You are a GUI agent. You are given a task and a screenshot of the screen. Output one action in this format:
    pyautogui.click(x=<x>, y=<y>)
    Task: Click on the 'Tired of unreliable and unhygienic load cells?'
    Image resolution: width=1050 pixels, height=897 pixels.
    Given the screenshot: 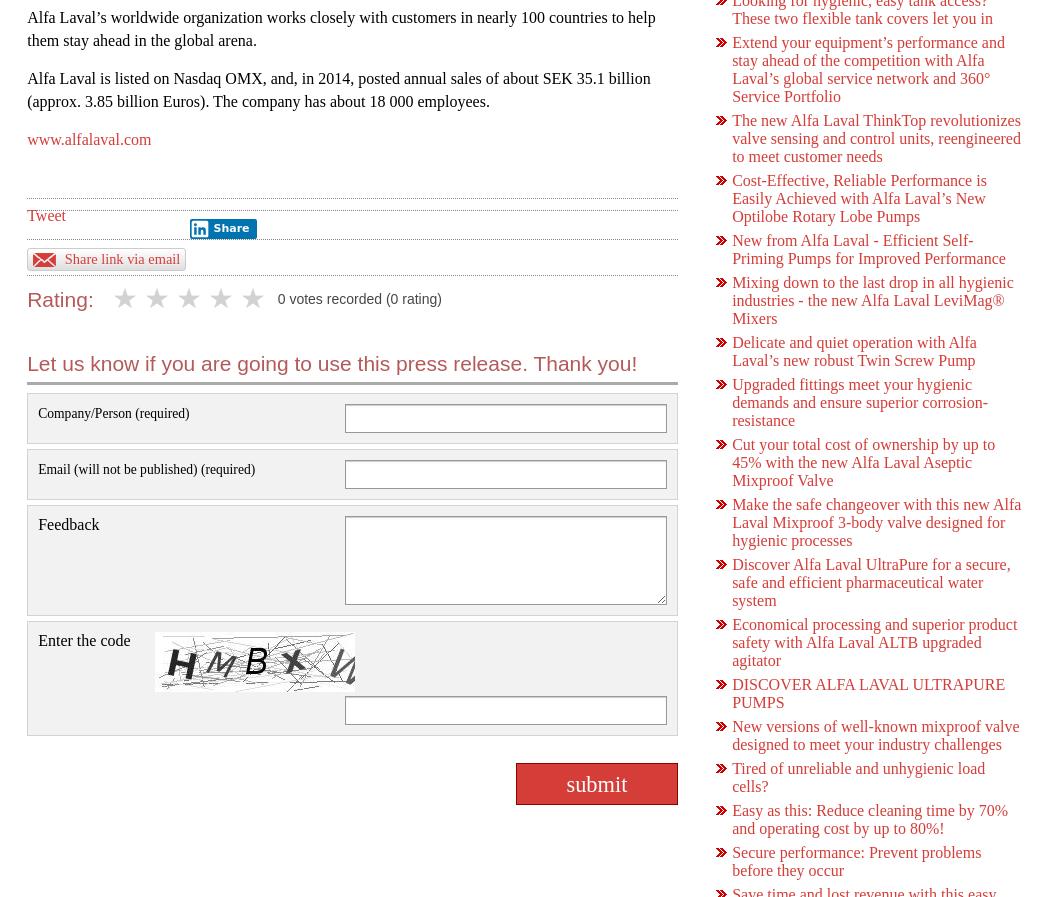 What is the action you would take?
    pyautogui.click(x=858, y=777)
    